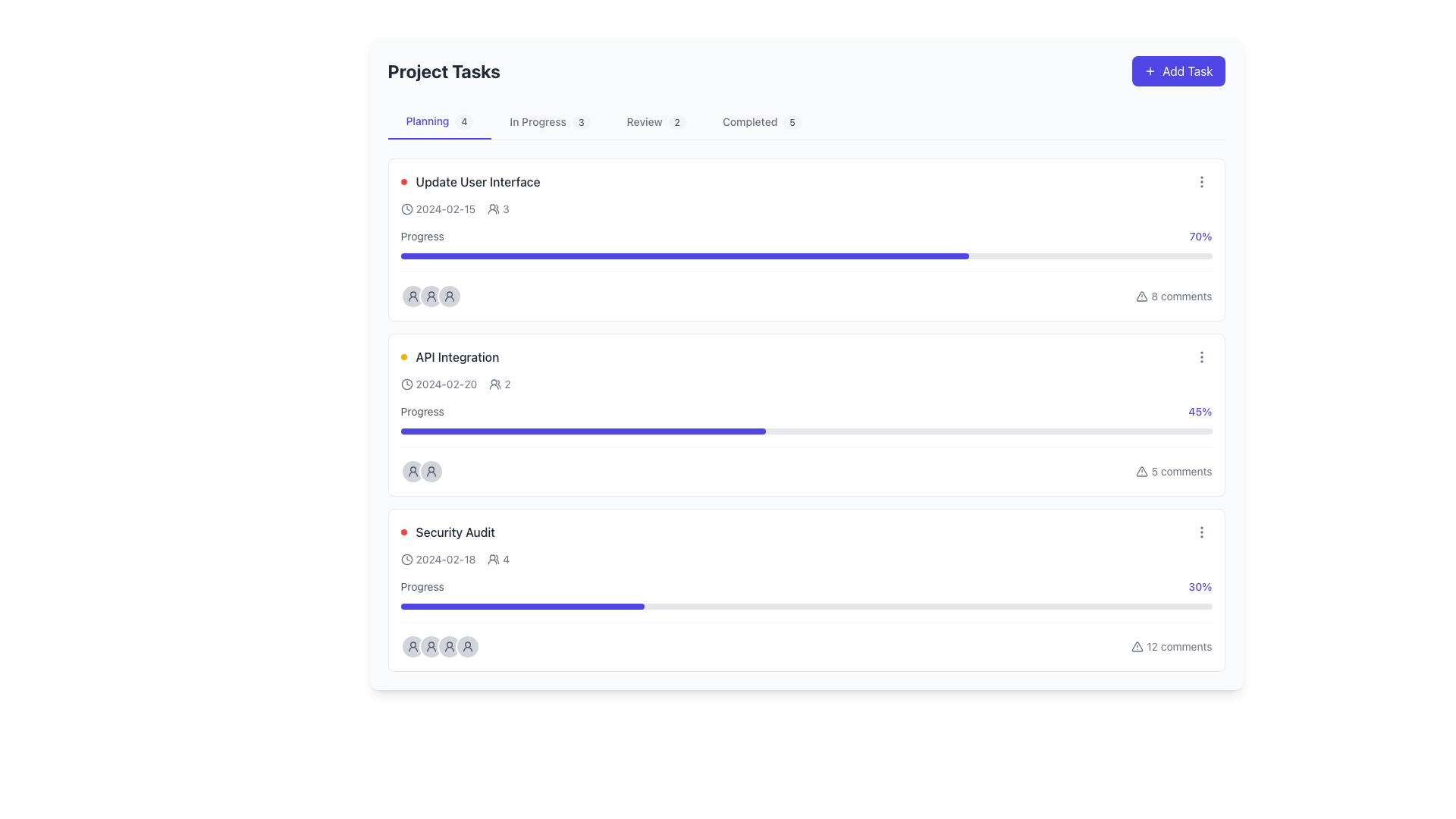  I want to click on the SVG icon representing multiple users in the task card titled 'Security Audit', located before the '4' text, so click(494, 559).